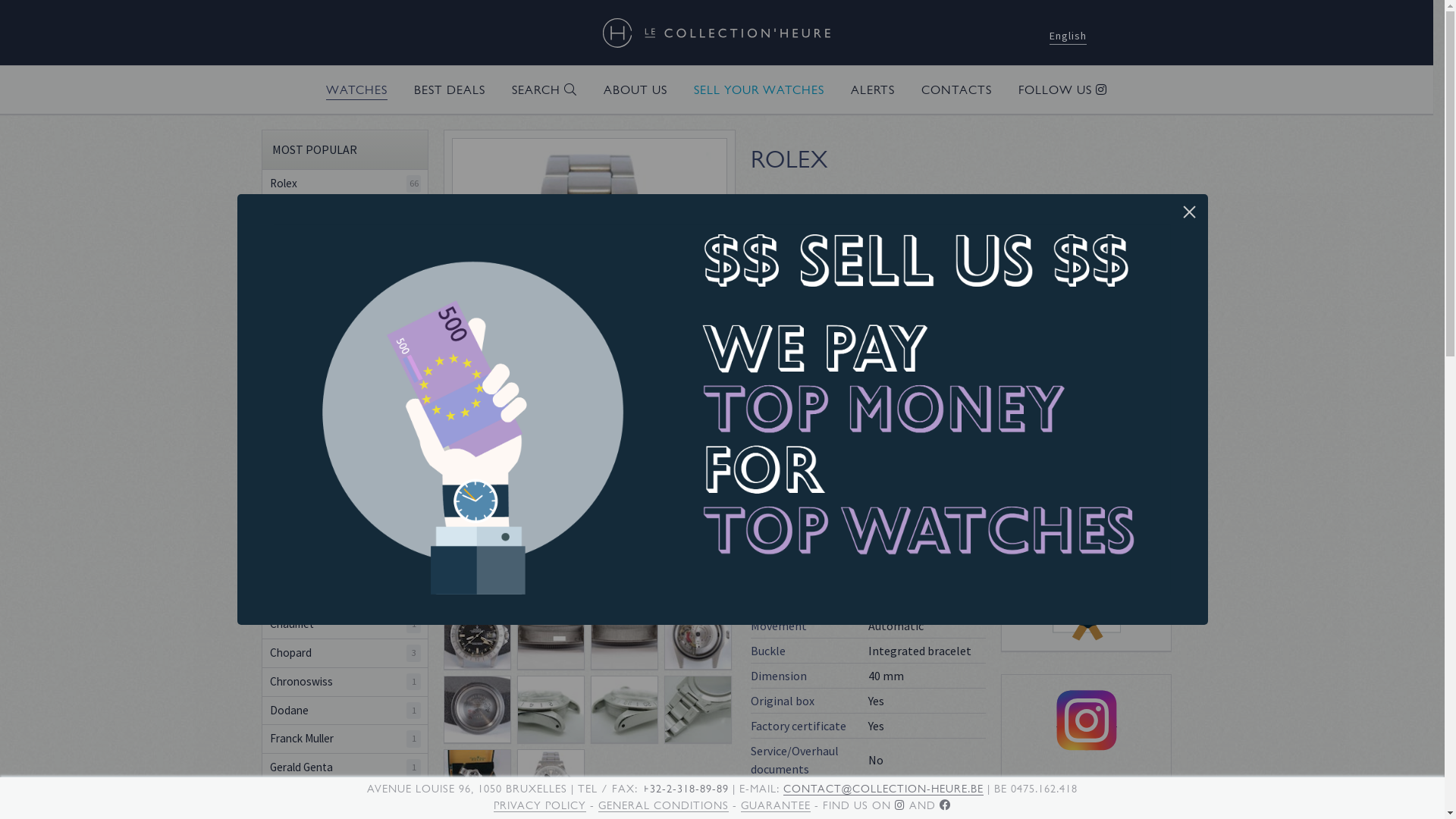  What do you see at coordinates (716, 32) in the screenshot?
I see `'COLLECTION'HEURE'` at bounding box center [716, 32].